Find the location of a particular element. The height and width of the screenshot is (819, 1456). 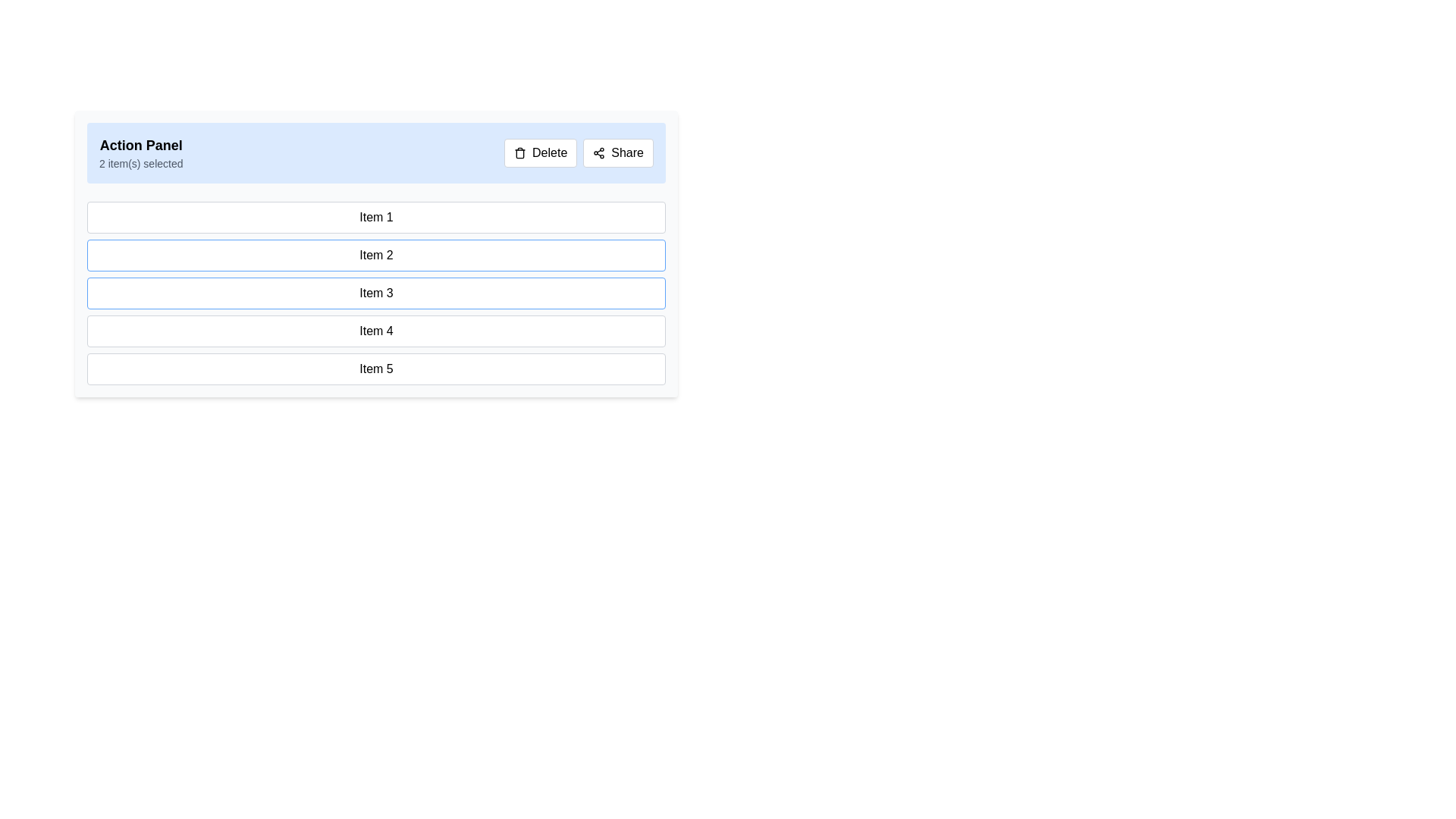

the trash bin icon located is located at coordinates (520, 154).